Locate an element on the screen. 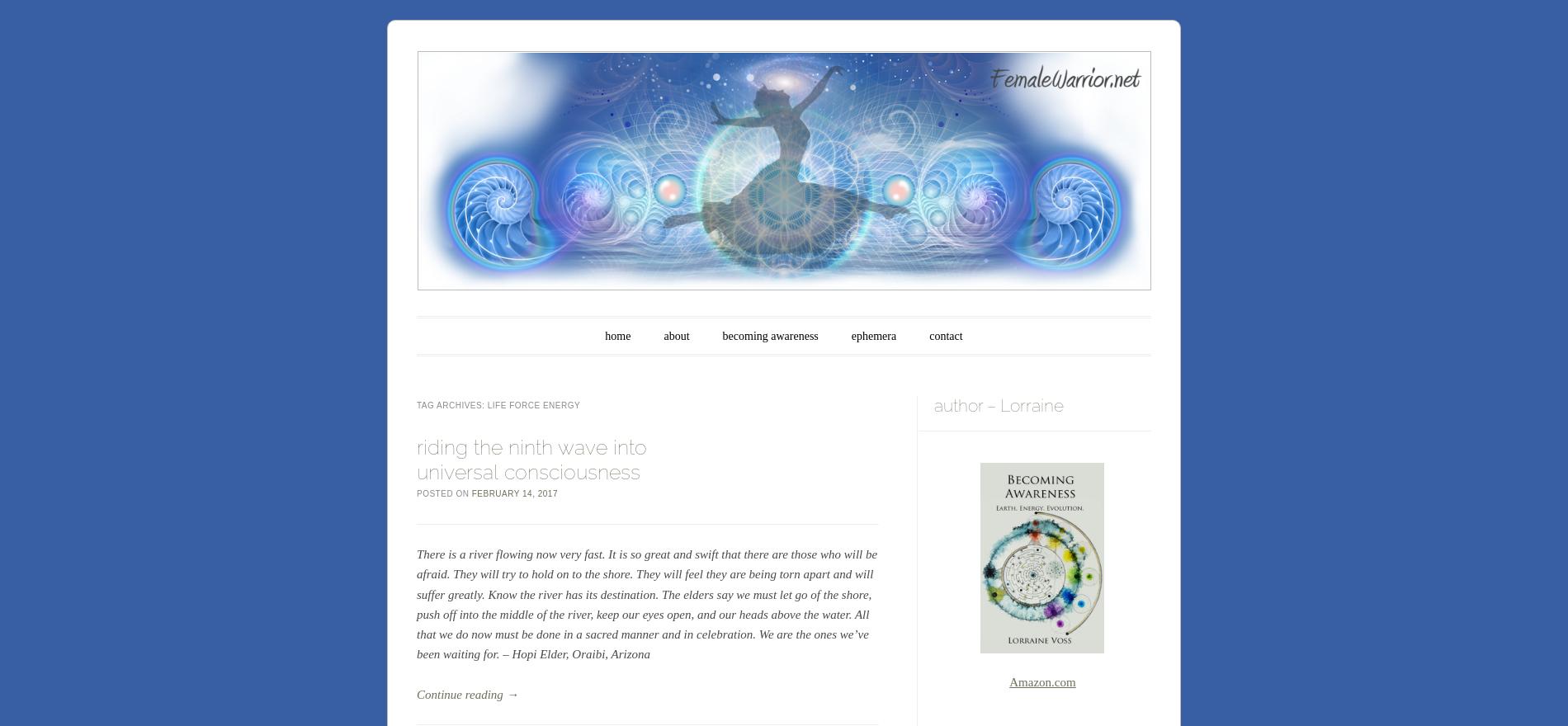 The width and height of the screenshot is (1568, 726). 'Amazon.com' is located at coordinates (1041, 680).